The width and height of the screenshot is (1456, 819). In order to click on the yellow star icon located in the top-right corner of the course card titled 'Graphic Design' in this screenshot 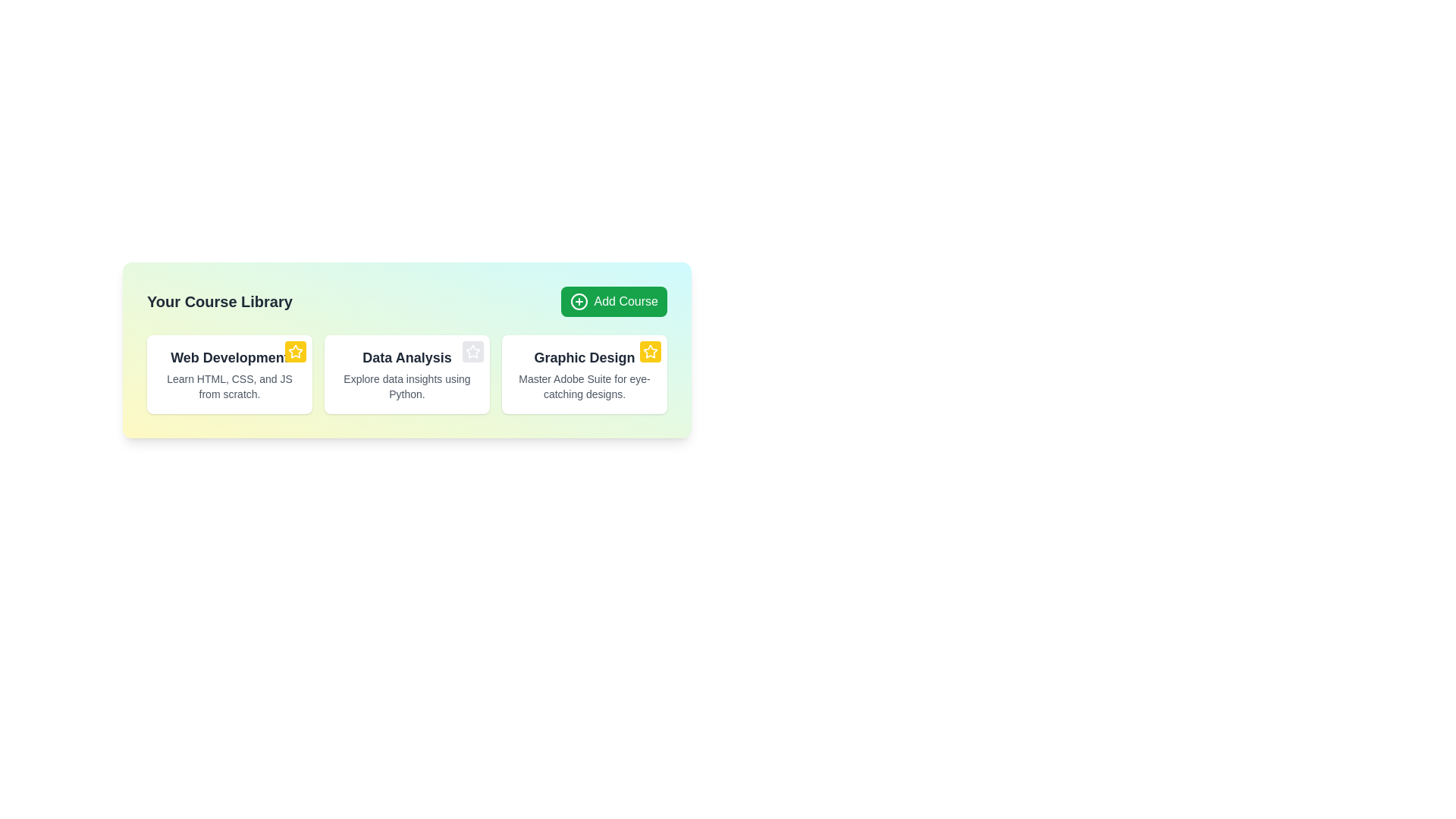, I will do `click(584, 374)`.